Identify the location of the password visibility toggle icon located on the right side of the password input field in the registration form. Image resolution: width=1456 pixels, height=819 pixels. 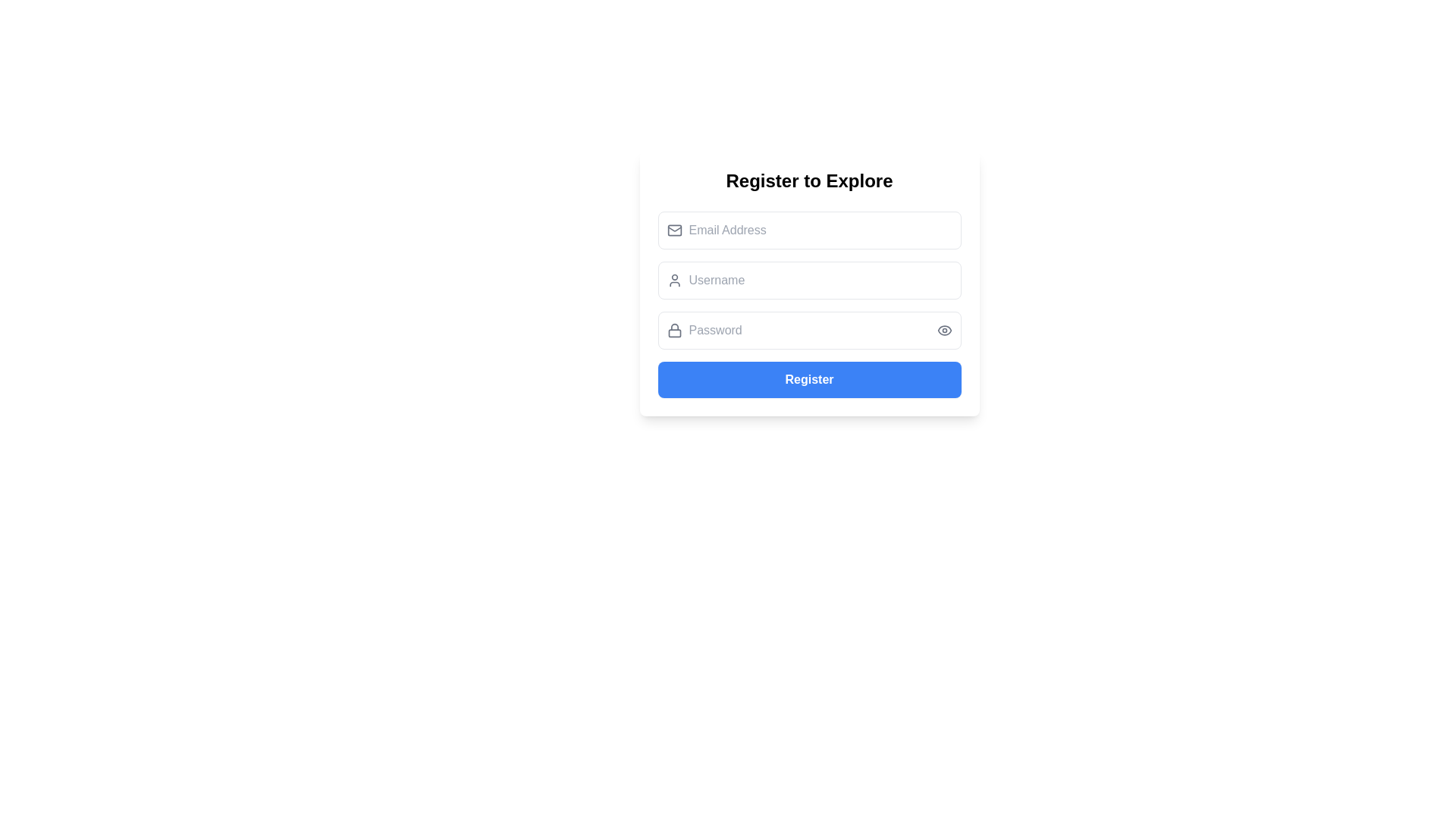
(943, 329).